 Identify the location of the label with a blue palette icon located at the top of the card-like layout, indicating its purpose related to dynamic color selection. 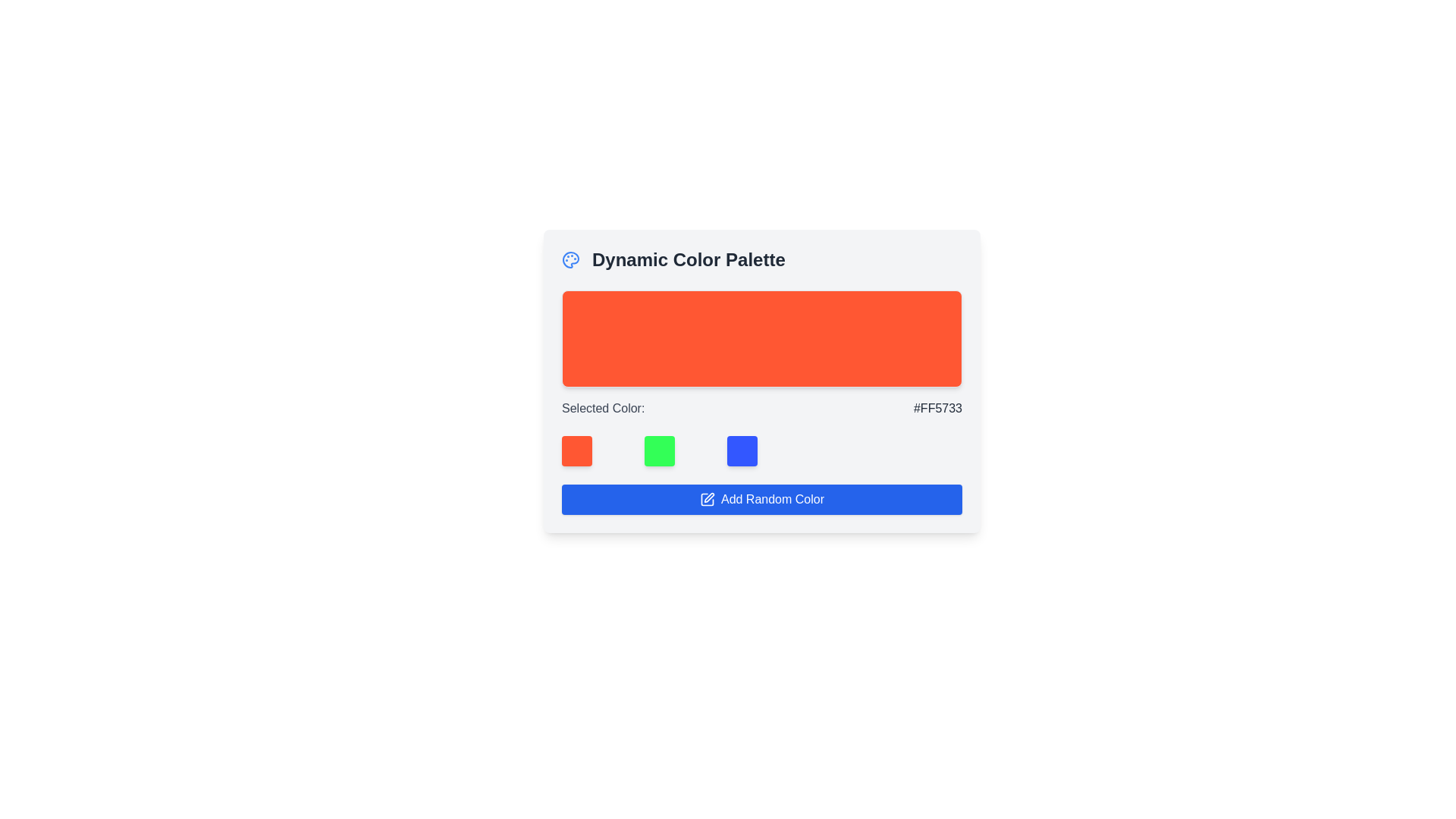
(761, 259).